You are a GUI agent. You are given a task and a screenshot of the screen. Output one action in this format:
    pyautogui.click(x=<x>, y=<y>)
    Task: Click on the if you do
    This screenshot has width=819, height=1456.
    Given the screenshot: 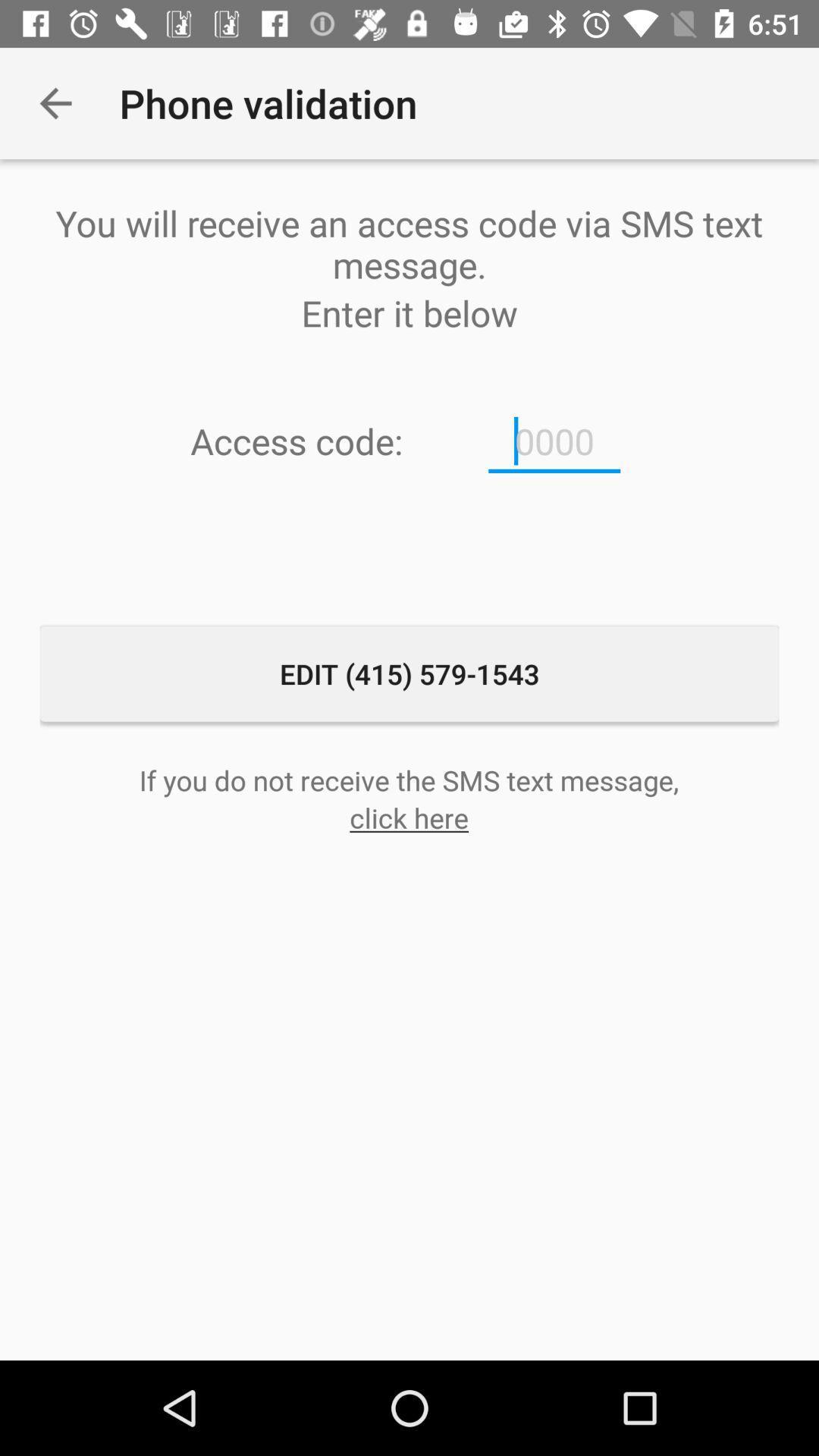 What is the action you would take?
    pyautogui.click(x=408, y=780)
    